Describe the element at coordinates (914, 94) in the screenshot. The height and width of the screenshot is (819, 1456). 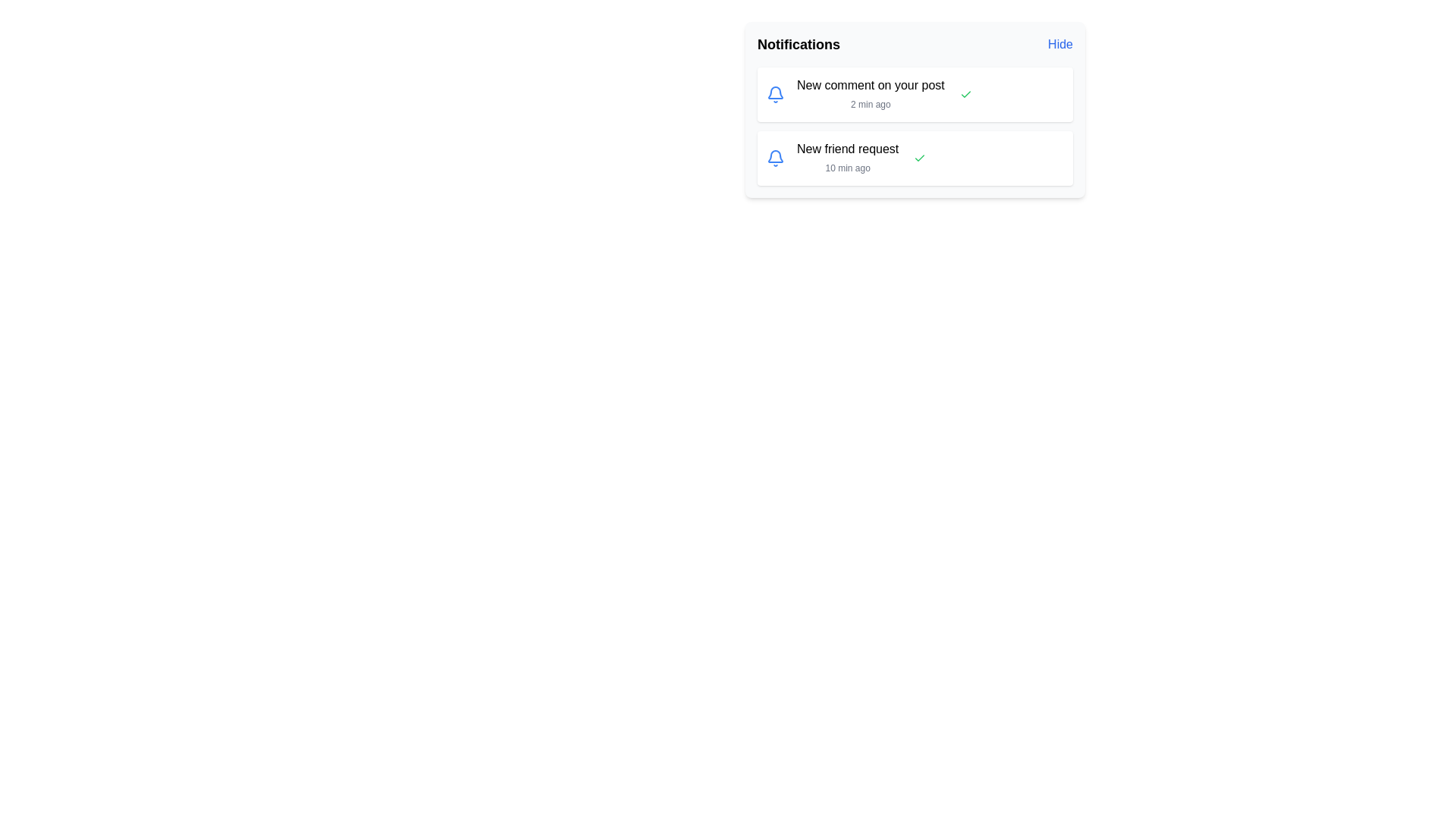
I see `the first notification item that indicates a new comment on your post, showing the time as 2 min ago` at that location.